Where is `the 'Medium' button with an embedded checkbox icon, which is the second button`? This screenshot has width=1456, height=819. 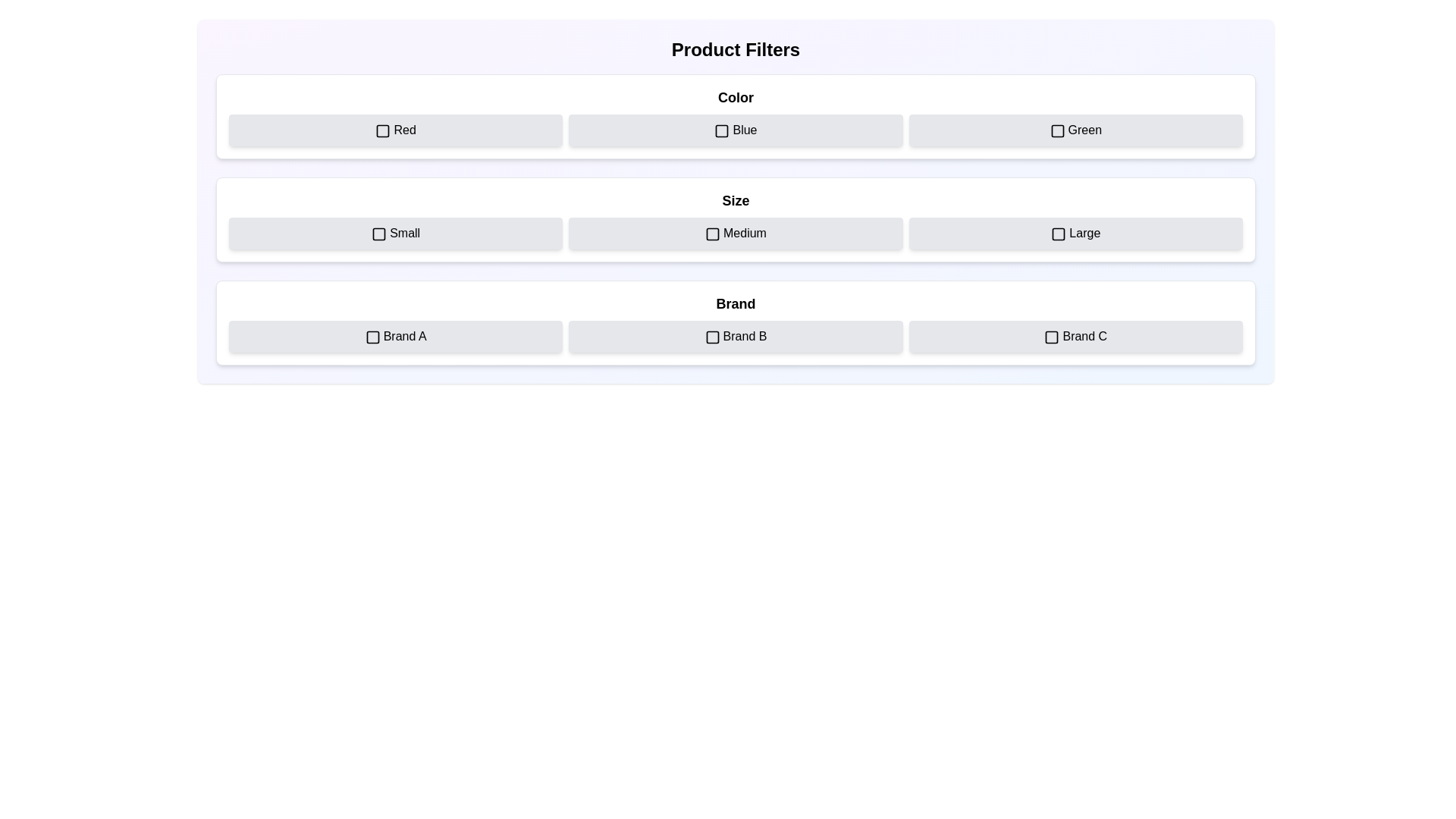 the 'Medium' button with an embedded checkbox icon, which is the second button is located at coordinates (736, 234).